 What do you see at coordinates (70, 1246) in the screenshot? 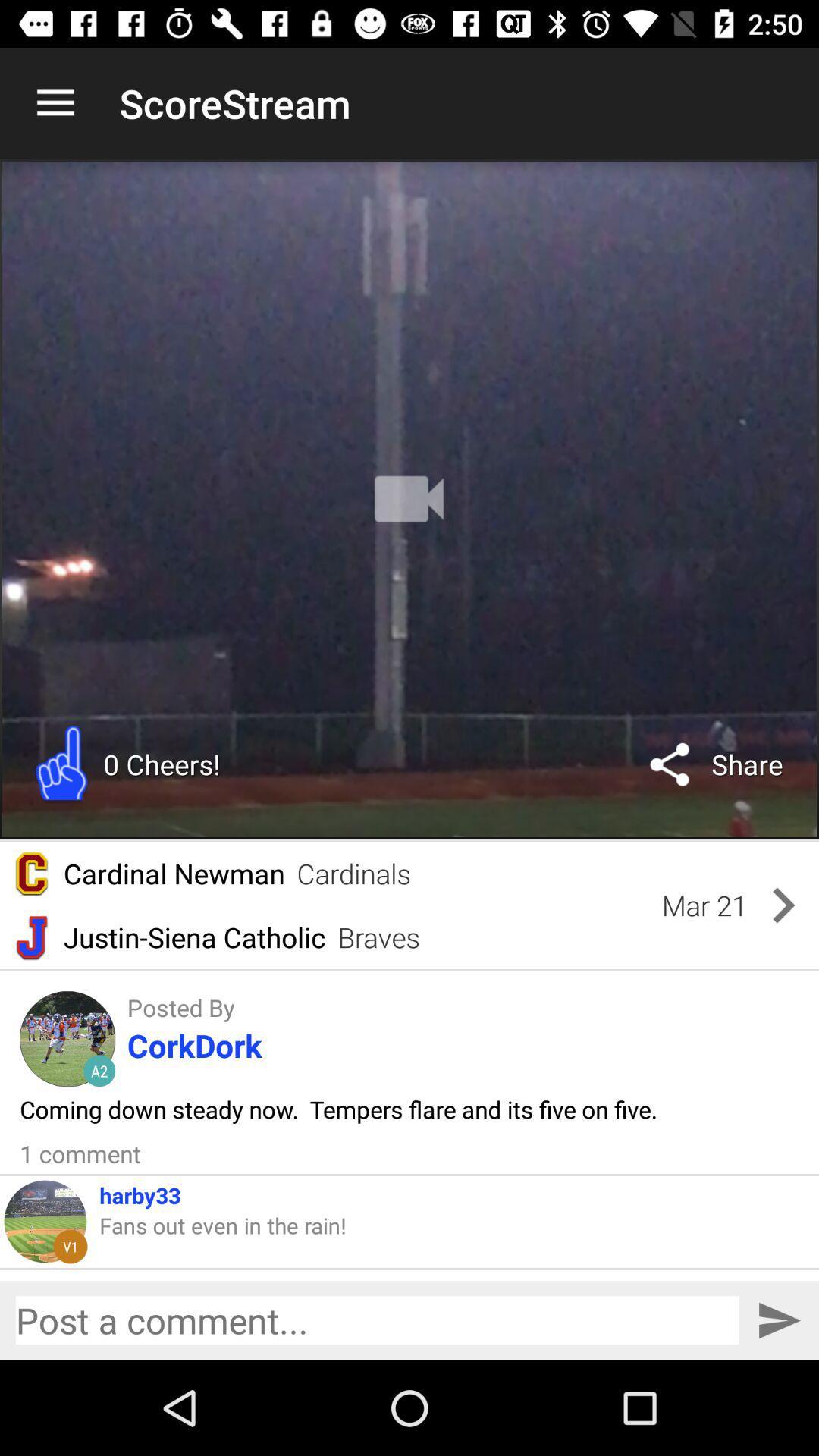
I see `v1` at bounding box center [70, 1246].